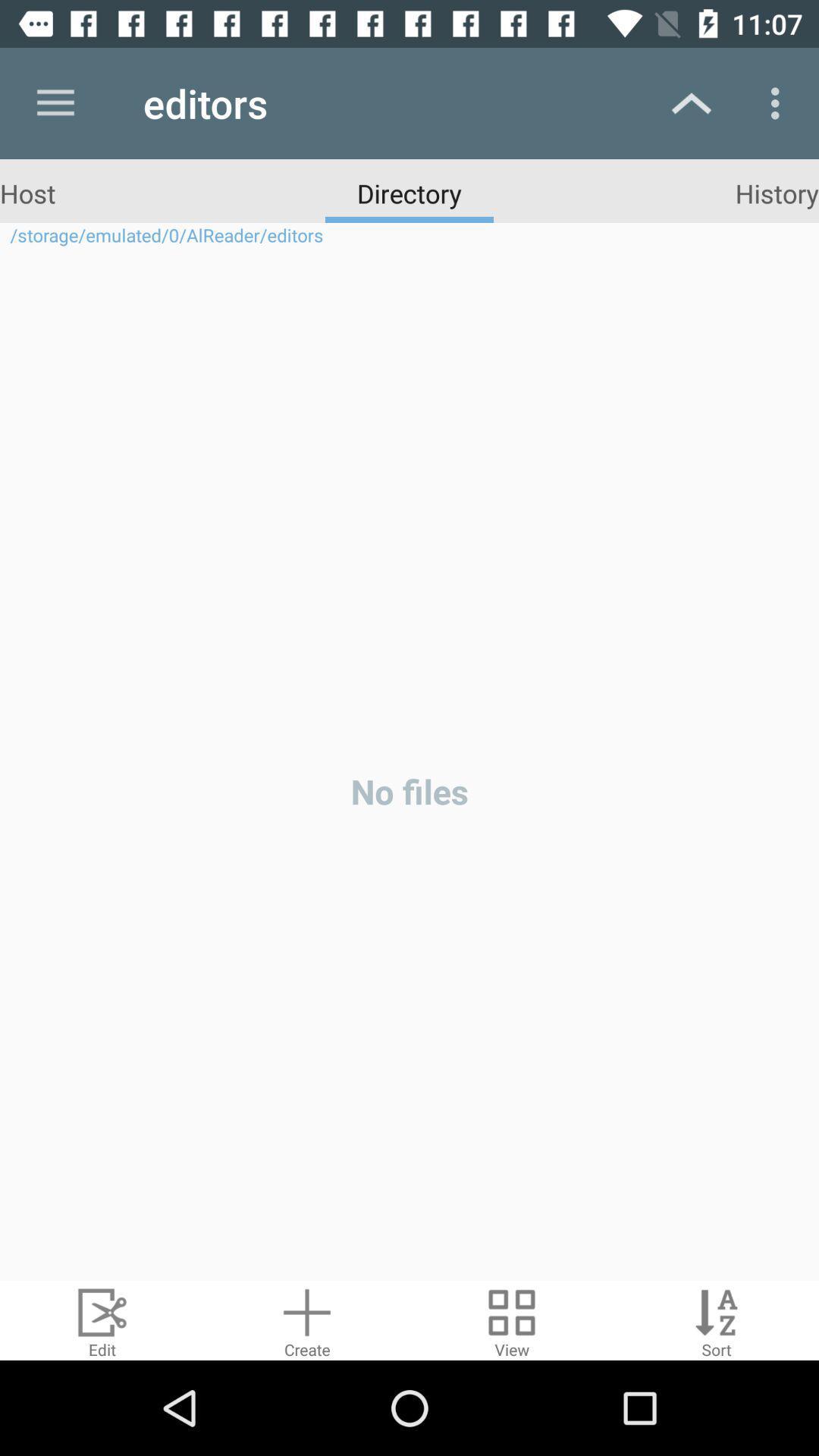  I want to click on view, so click(512, 1319).